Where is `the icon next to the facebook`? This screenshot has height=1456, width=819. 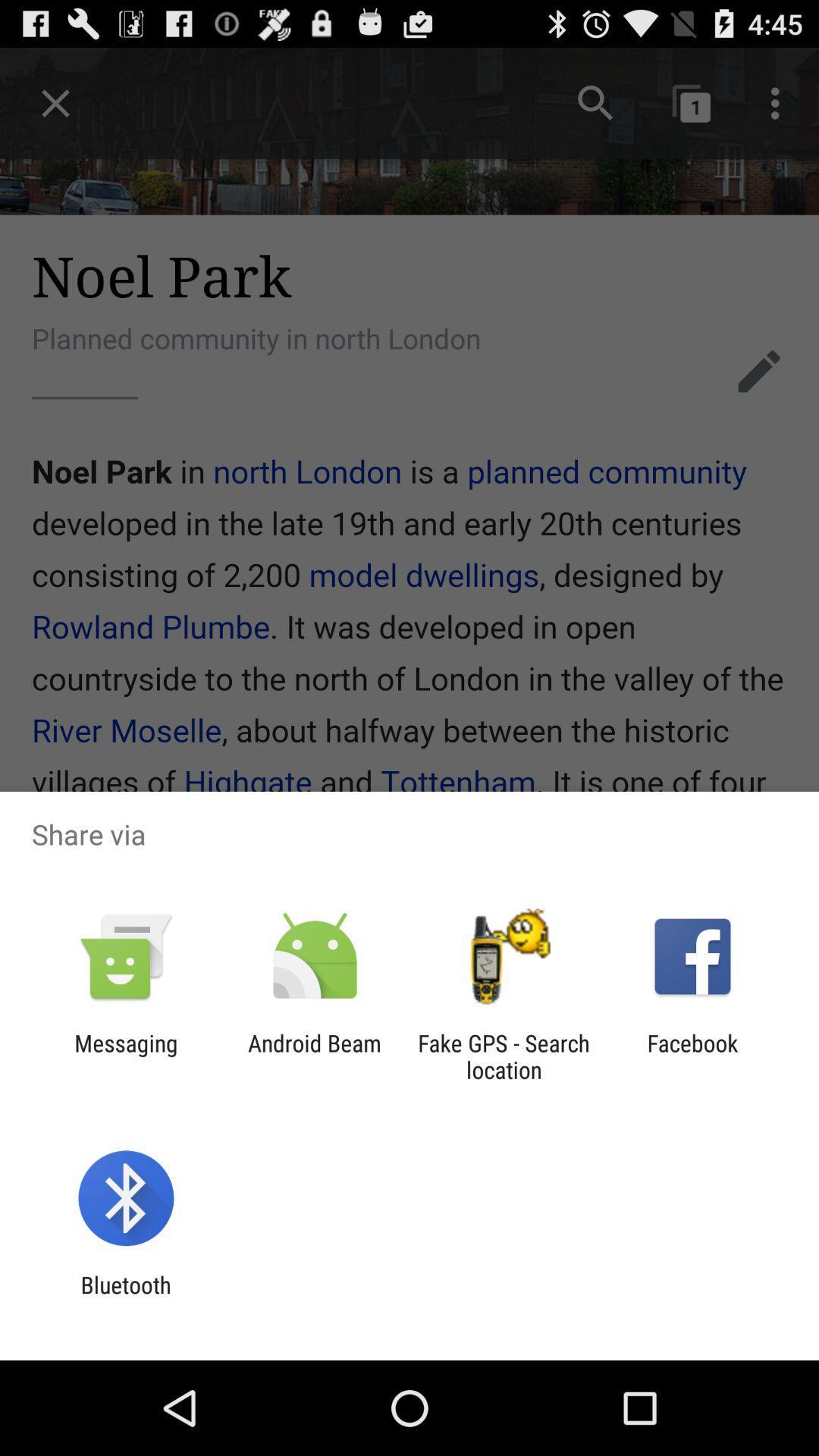 the icon next to the facebook is located at coordinates (504, 1056).